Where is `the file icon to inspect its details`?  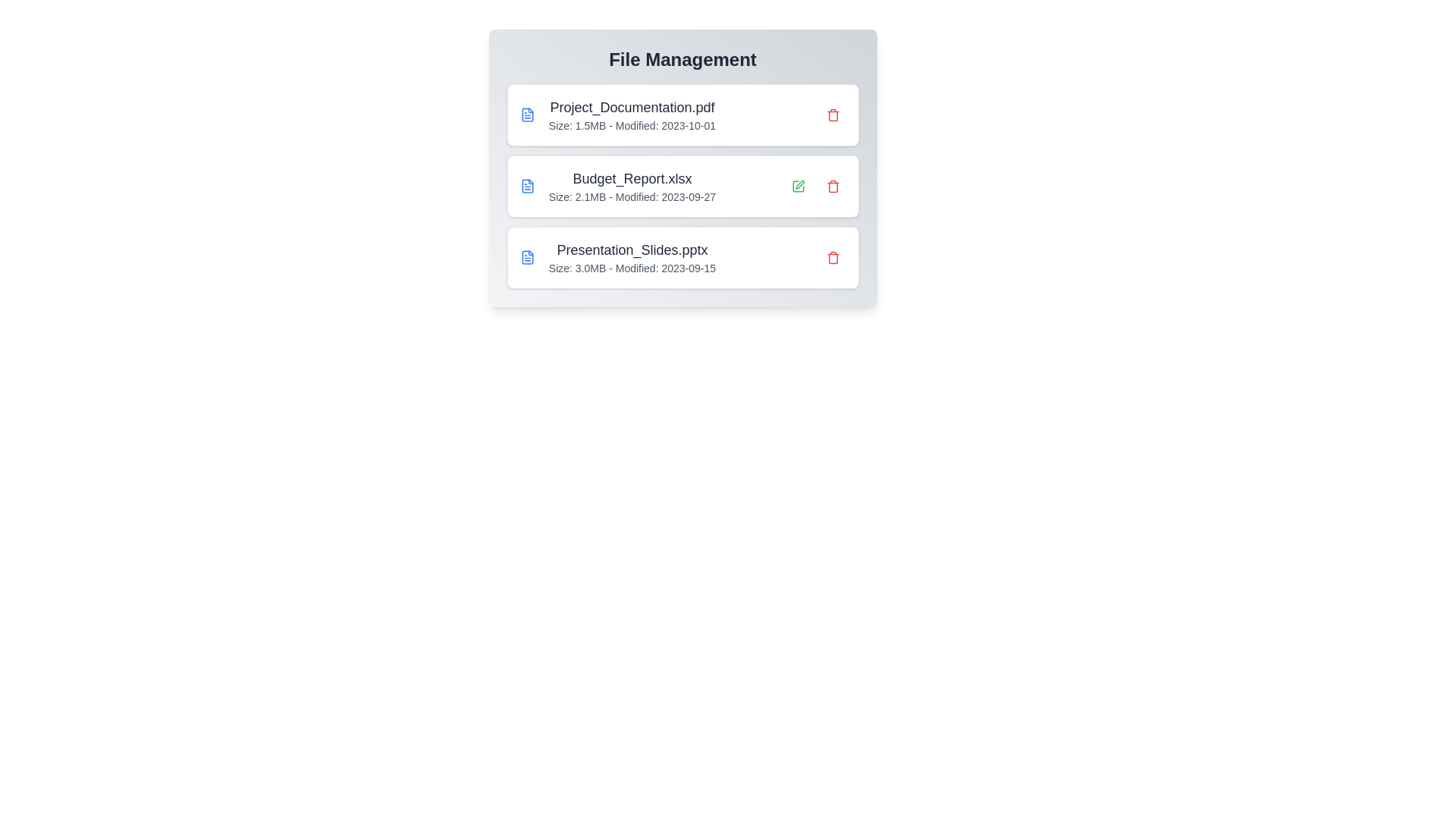 the file icon to inspect its details is located at coordinates (527, 114).